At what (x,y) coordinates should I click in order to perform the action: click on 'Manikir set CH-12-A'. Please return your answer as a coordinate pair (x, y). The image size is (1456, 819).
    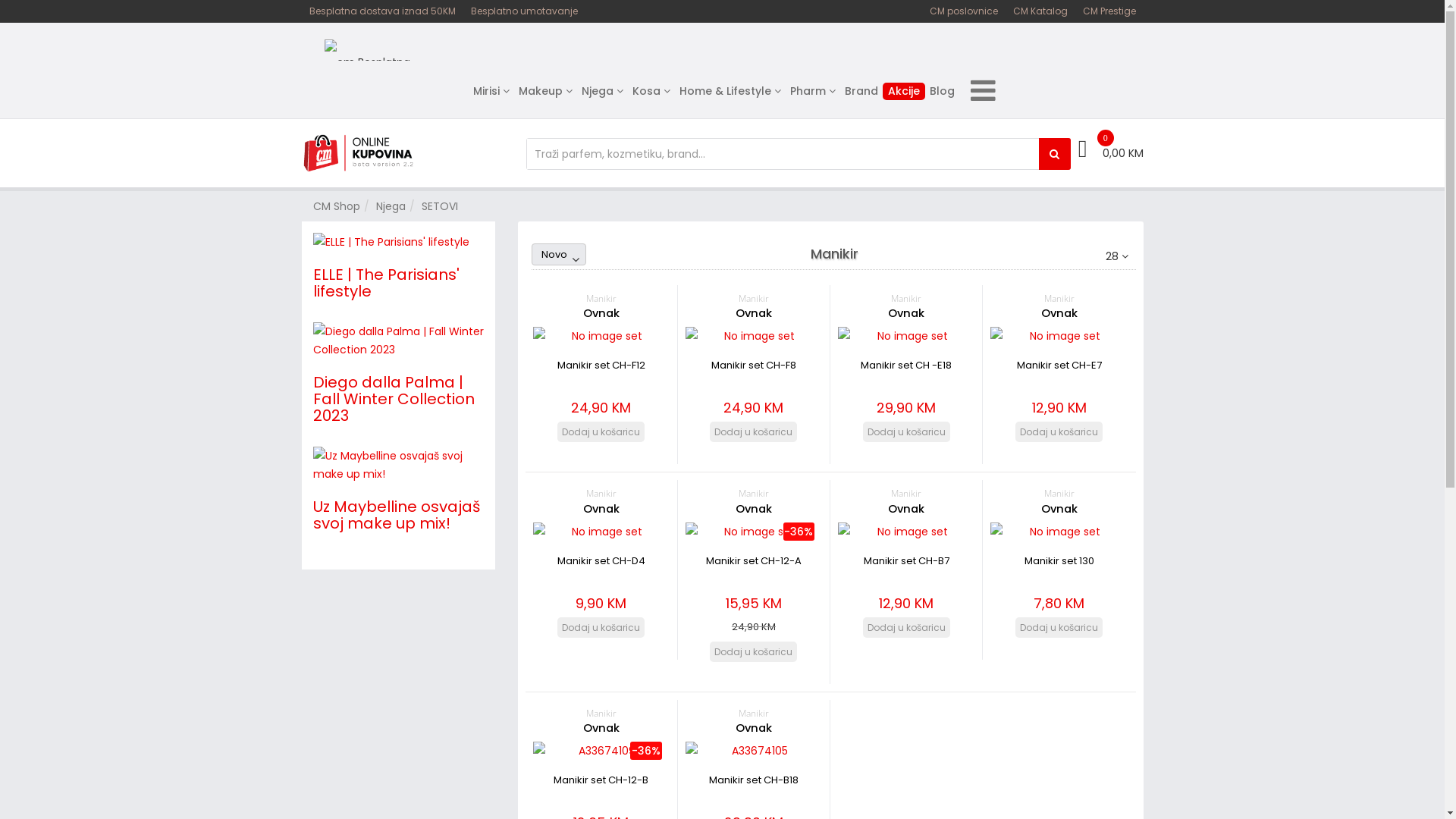
    Looking at the image, I should click on (753, 531).